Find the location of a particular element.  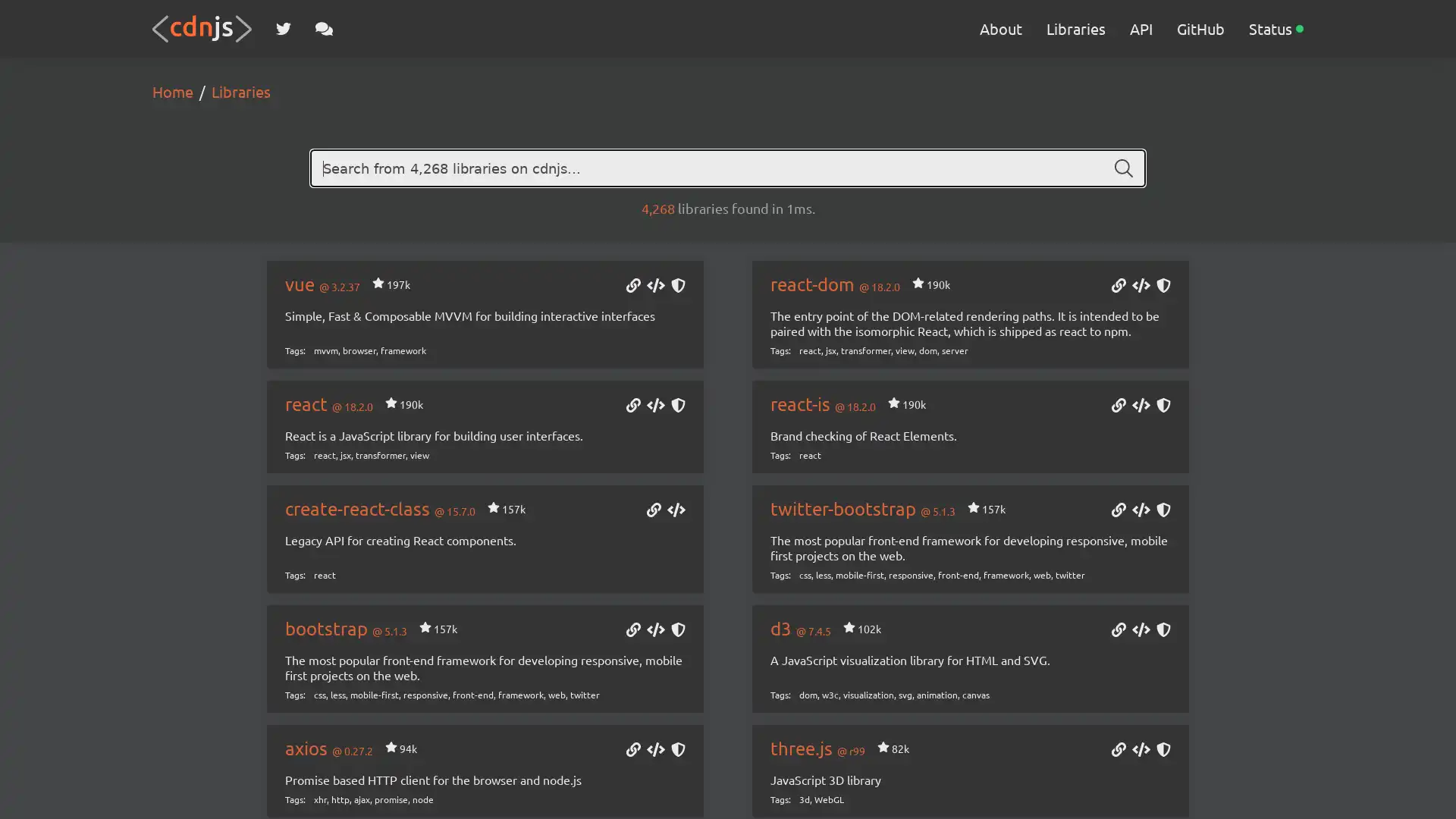

Copy Script Tag is located at coordinates (676, 511).